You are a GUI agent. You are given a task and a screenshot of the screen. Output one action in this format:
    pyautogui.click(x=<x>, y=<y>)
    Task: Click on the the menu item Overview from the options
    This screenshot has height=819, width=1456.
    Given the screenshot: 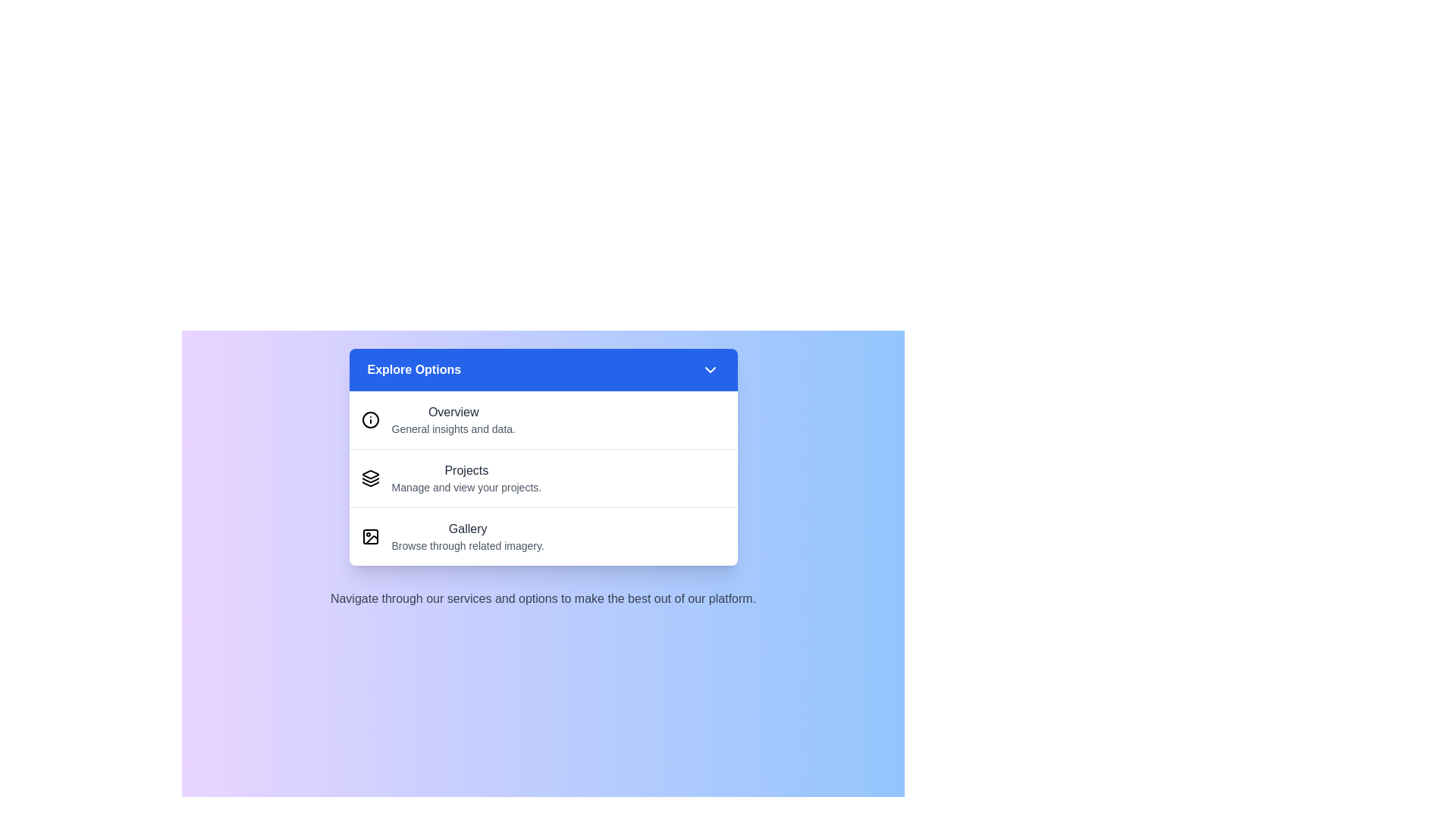 What is the action you would take?
    pyautogui.click(x=453, y=420)
    